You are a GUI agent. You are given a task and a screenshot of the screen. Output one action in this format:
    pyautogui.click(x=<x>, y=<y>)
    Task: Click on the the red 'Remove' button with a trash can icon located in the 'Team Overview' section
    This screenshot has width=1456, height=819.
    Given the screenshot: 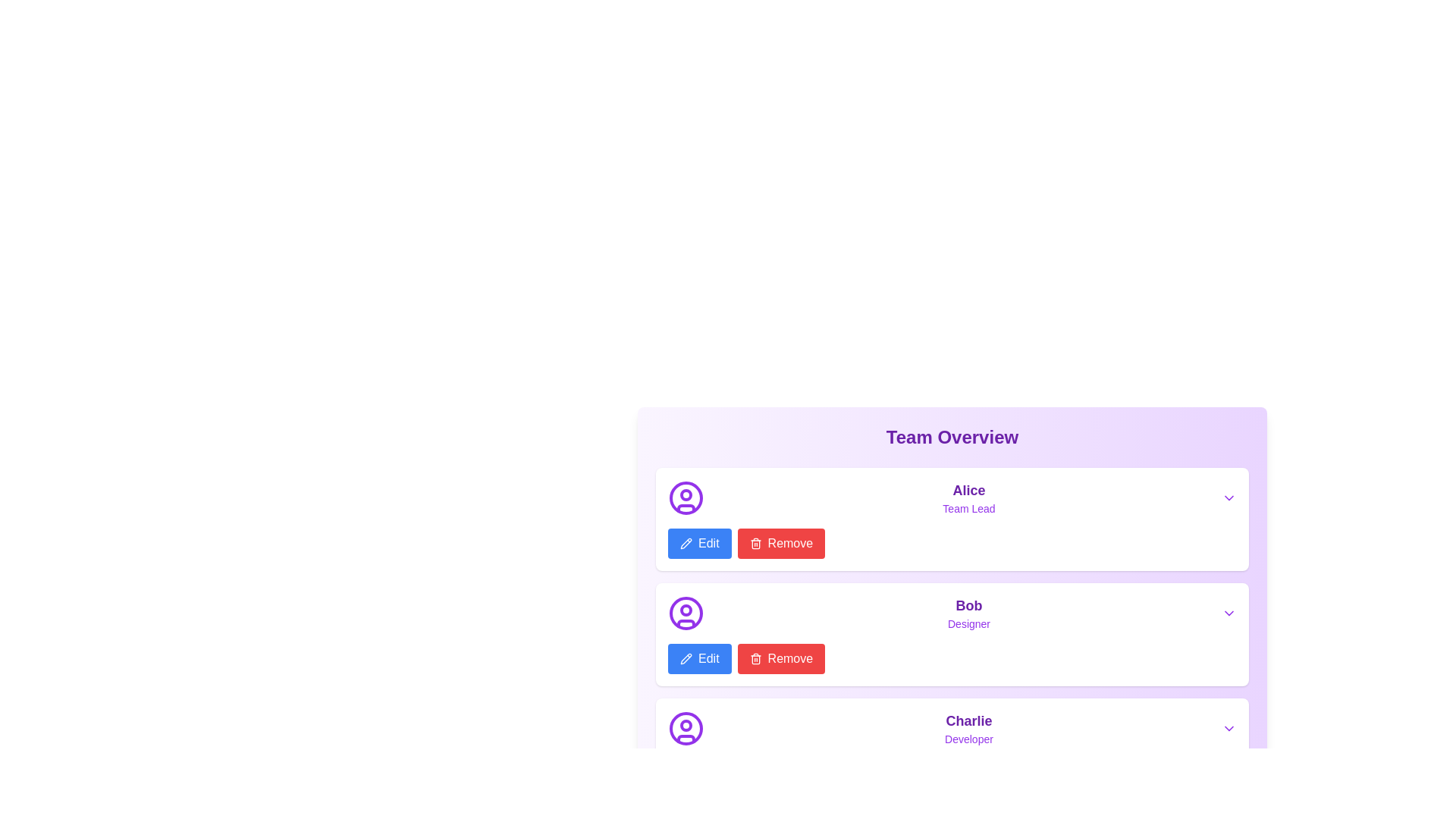 What is the action you would take?
    pyautogui.click(x=781, y=657)
    